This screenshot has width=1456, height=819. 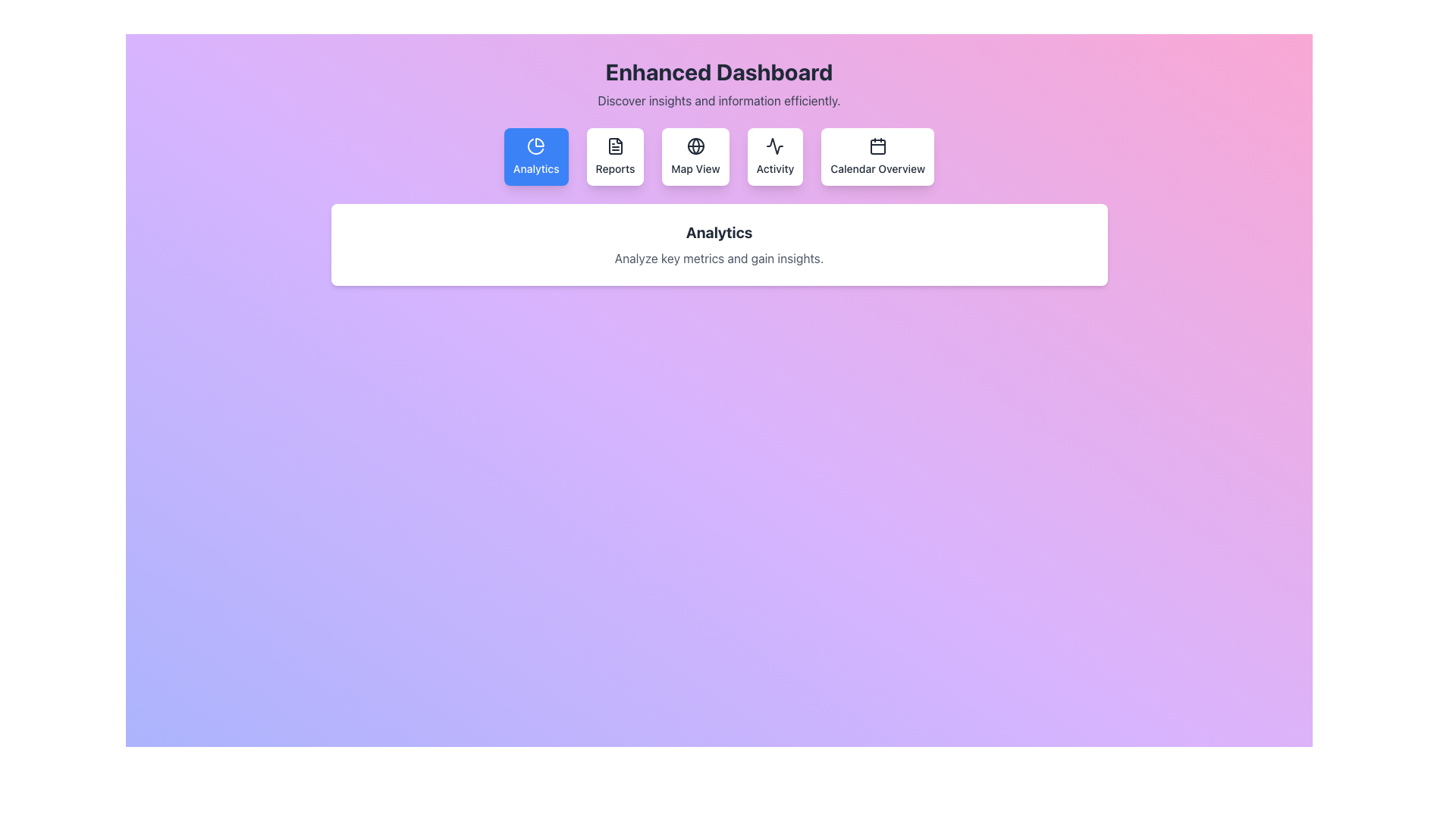 What do you see at coordinates (615, 157) in the screenshot?
I see `the 'Reports' button, which is a rounded rectangular button with a white background, gray text, and an icon of a document above the text, positioned between the 'Analytics' and 'Map View' buttons` at bounding box center [615, 157].